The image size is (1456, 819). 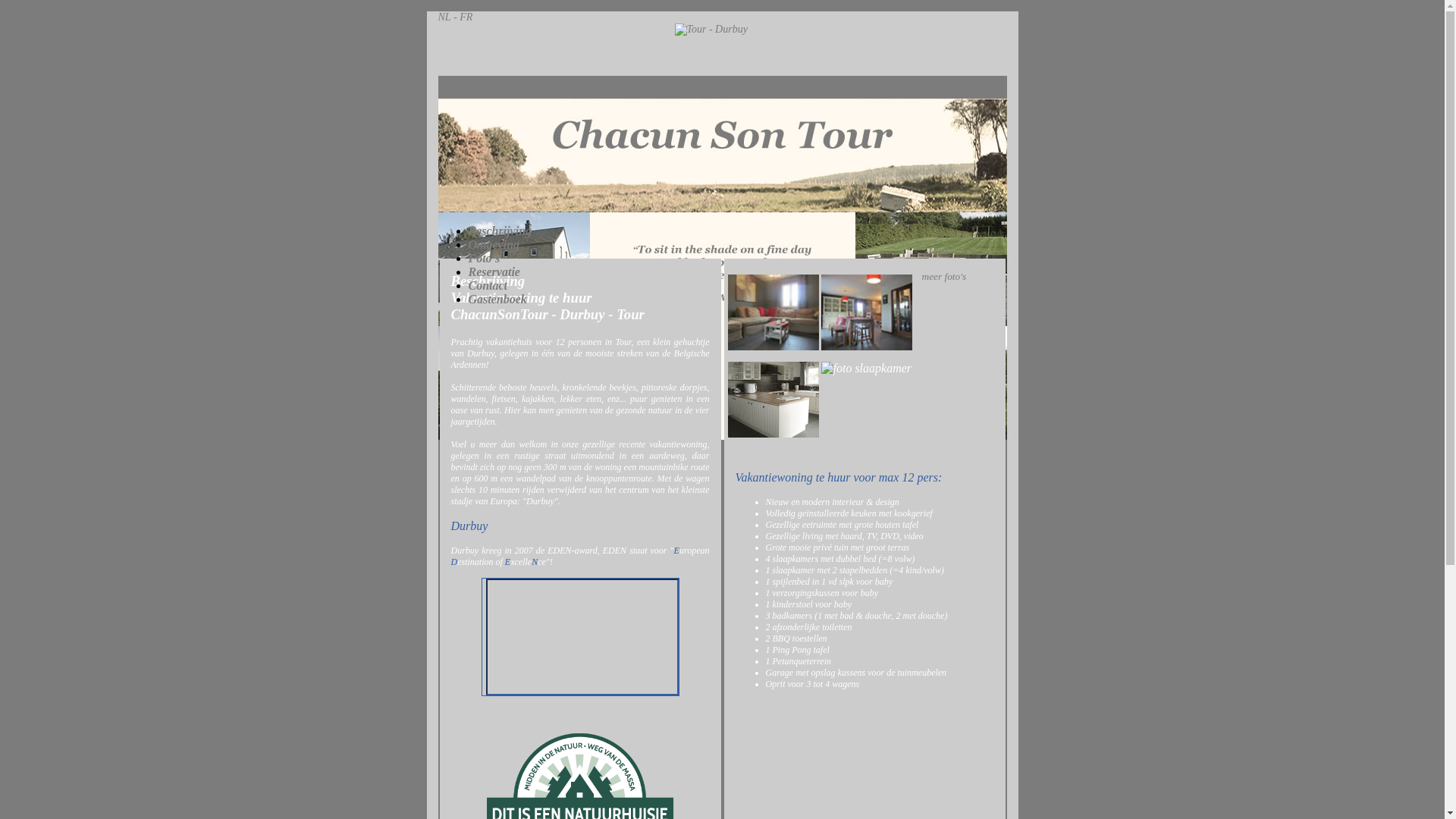 I want to click on 'meer foto's', so click(x=943, y=276).